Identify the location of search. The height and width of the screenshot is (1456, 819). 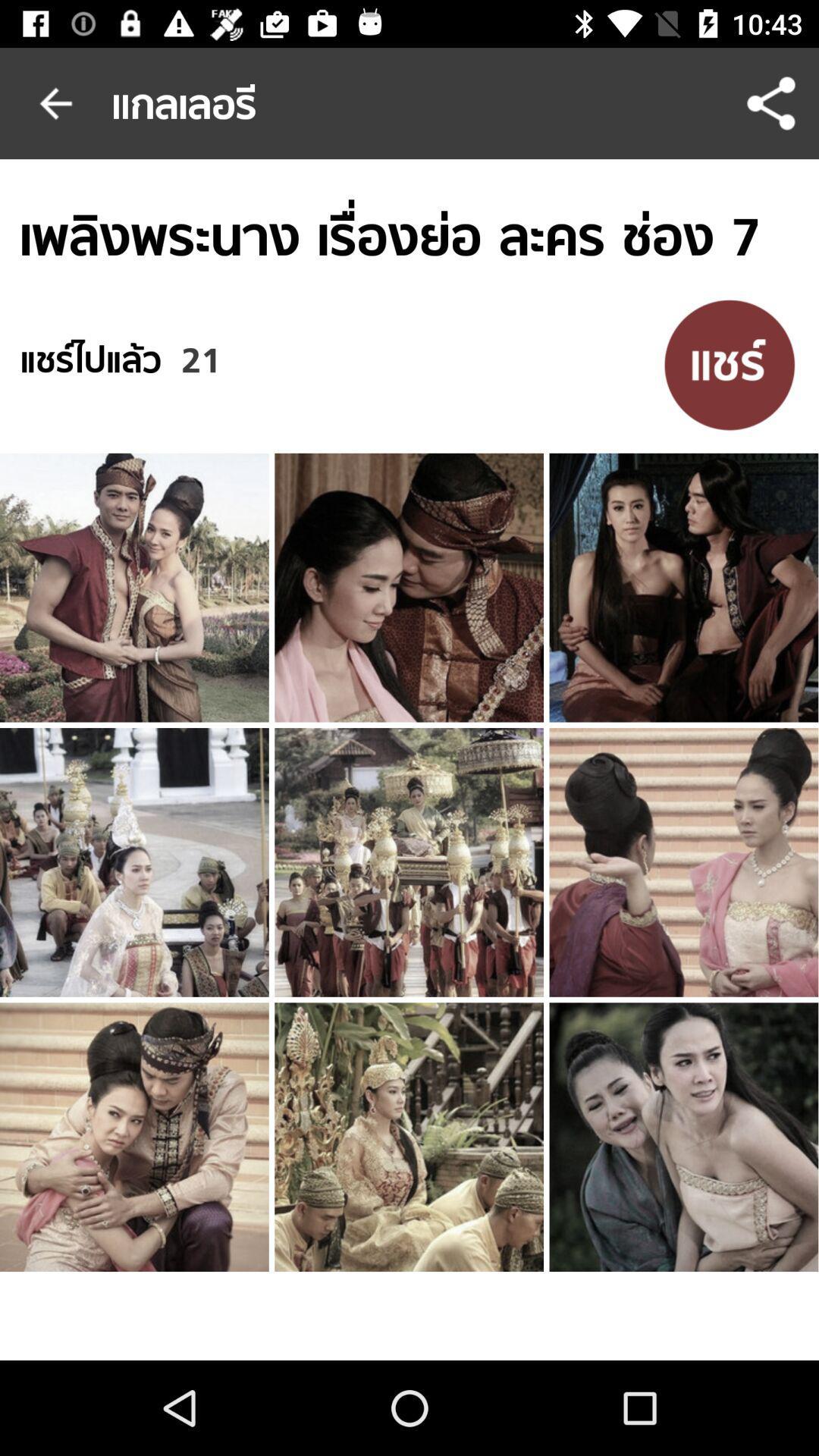
(729, 364).